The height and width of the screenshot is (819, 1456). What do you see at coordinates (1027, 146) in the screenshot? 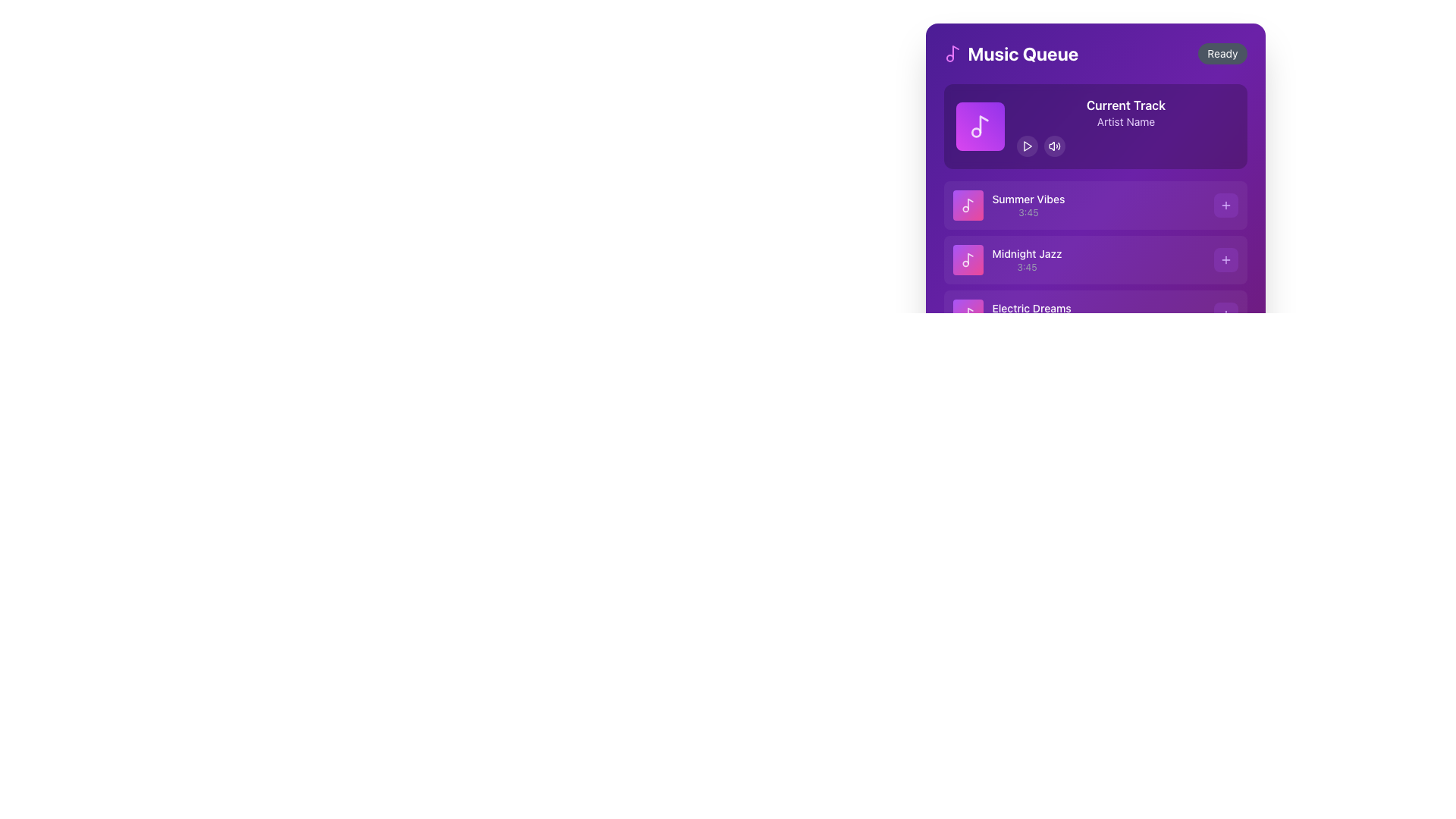
I see `the leftmost circular control button in the 'Music Queue' card to initiate playback of the currently selected track` at bounding box center [1027, 146].